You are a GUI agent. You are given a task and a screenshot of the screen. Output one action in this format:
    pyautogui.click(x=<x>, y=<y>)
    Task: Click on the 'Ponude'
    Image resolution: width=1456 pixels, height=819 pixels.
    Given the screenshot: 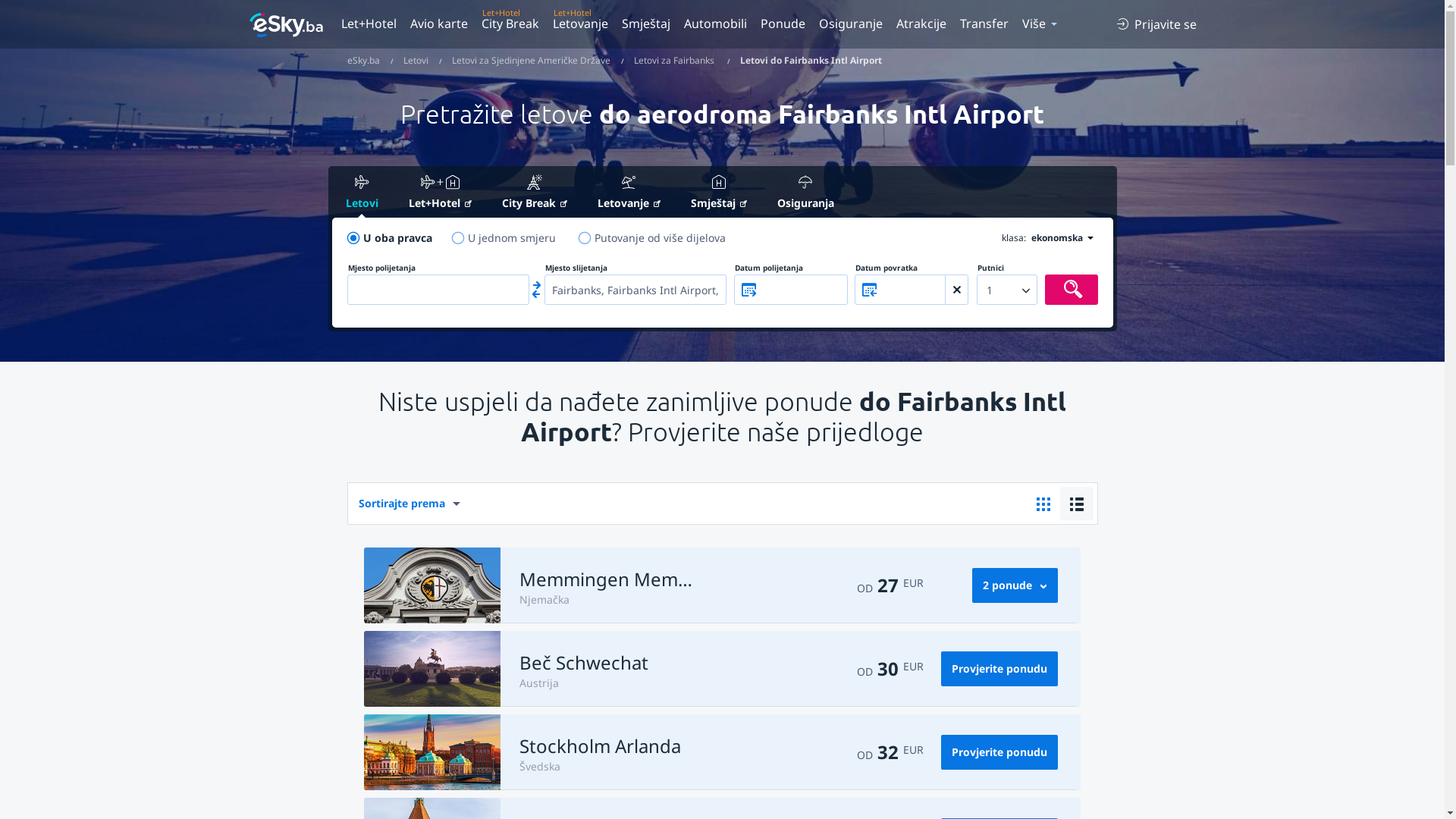 What is the action you would take?
    pyautogui.click(x=783, y=23)
    